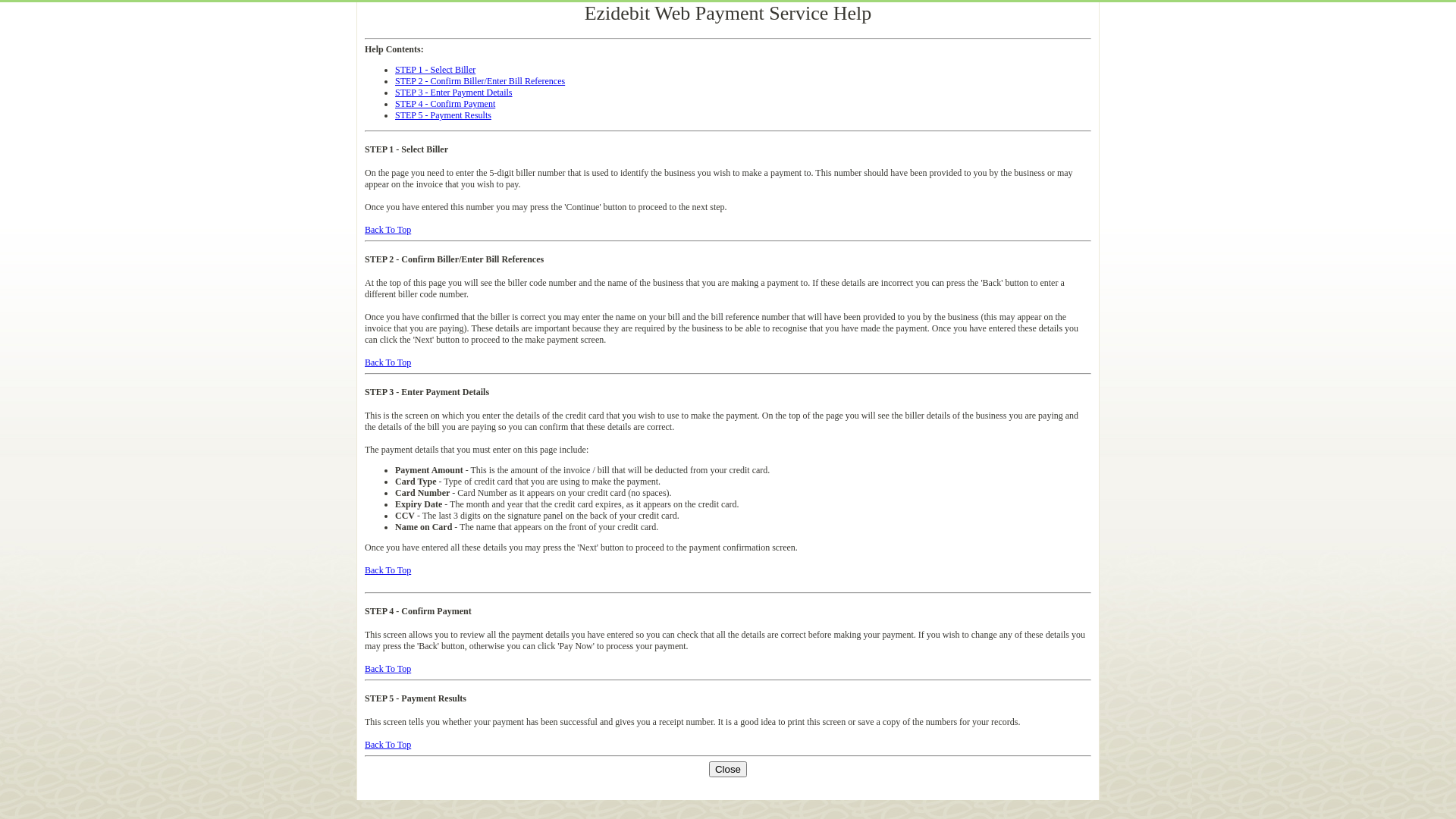 The width and height of the screenshot is (1456, 819). I want to click on 'STEP 2 - Confirm Biller/Enter Bill References', so click(479, 81).